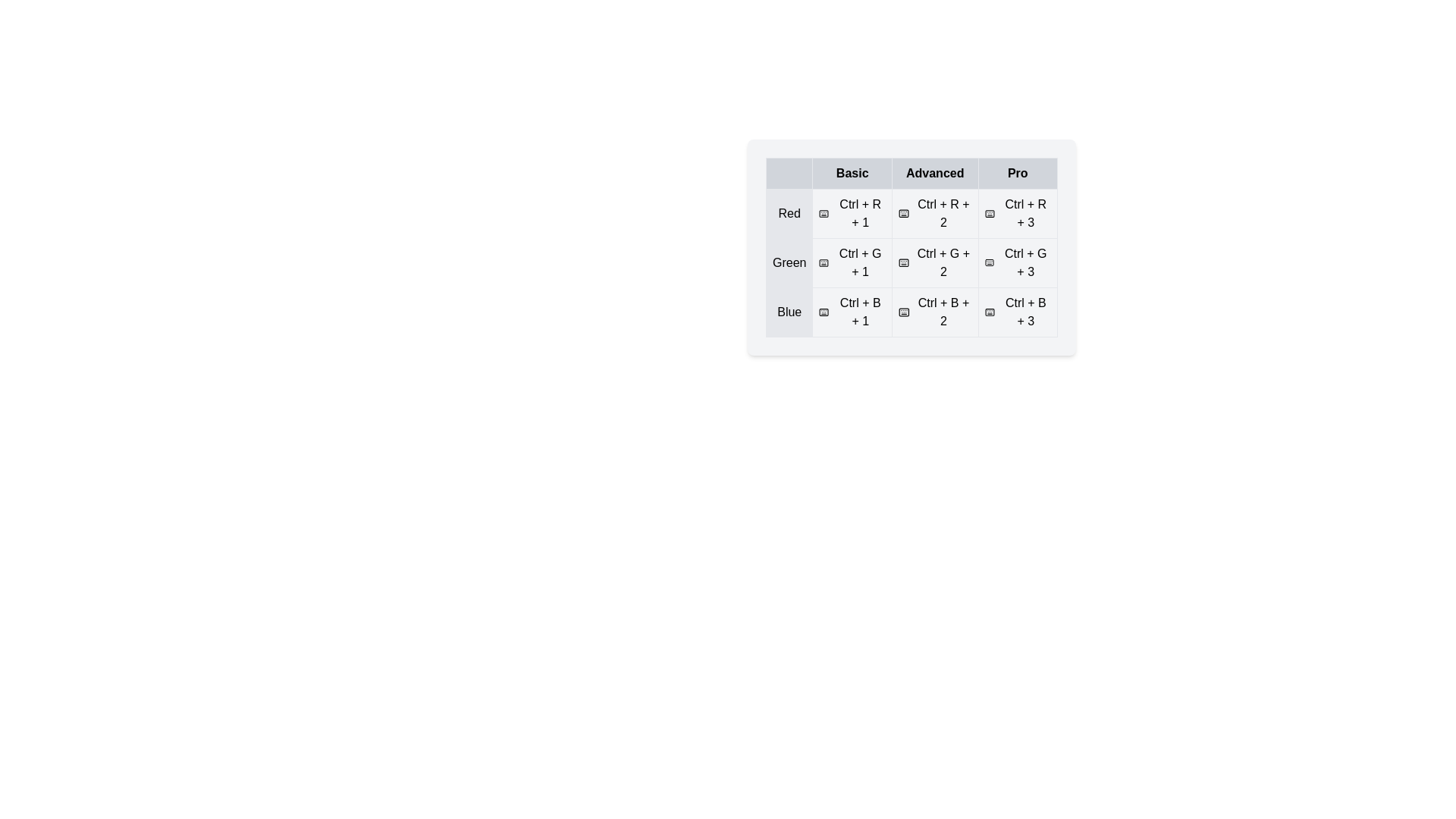  I want to click on graphical rectangle element located in the center-right area of the grid, representing a shortcut or visual aid, by clicking on it, so click(990, 262).